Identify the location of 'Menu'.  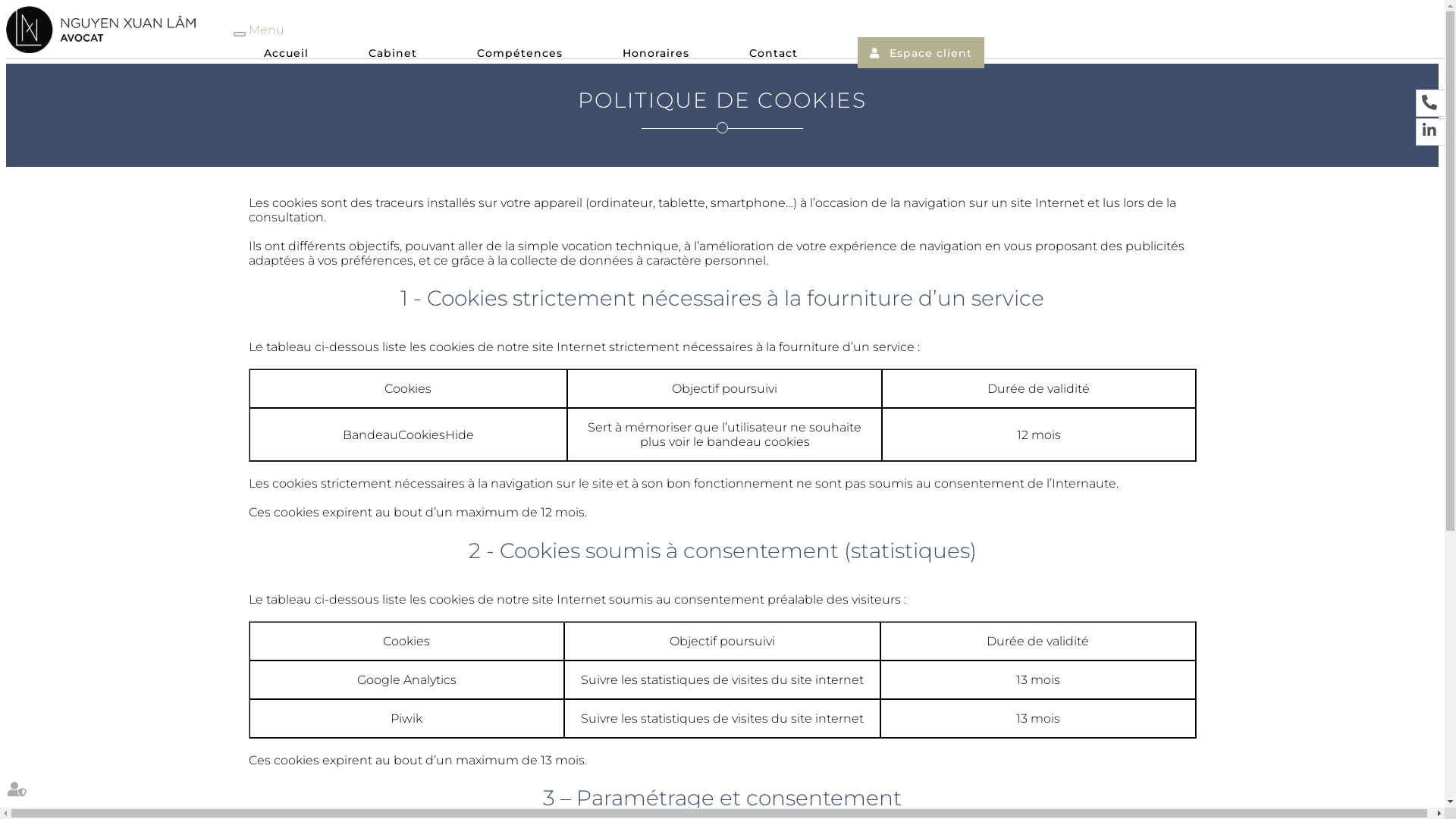
(266, 30).